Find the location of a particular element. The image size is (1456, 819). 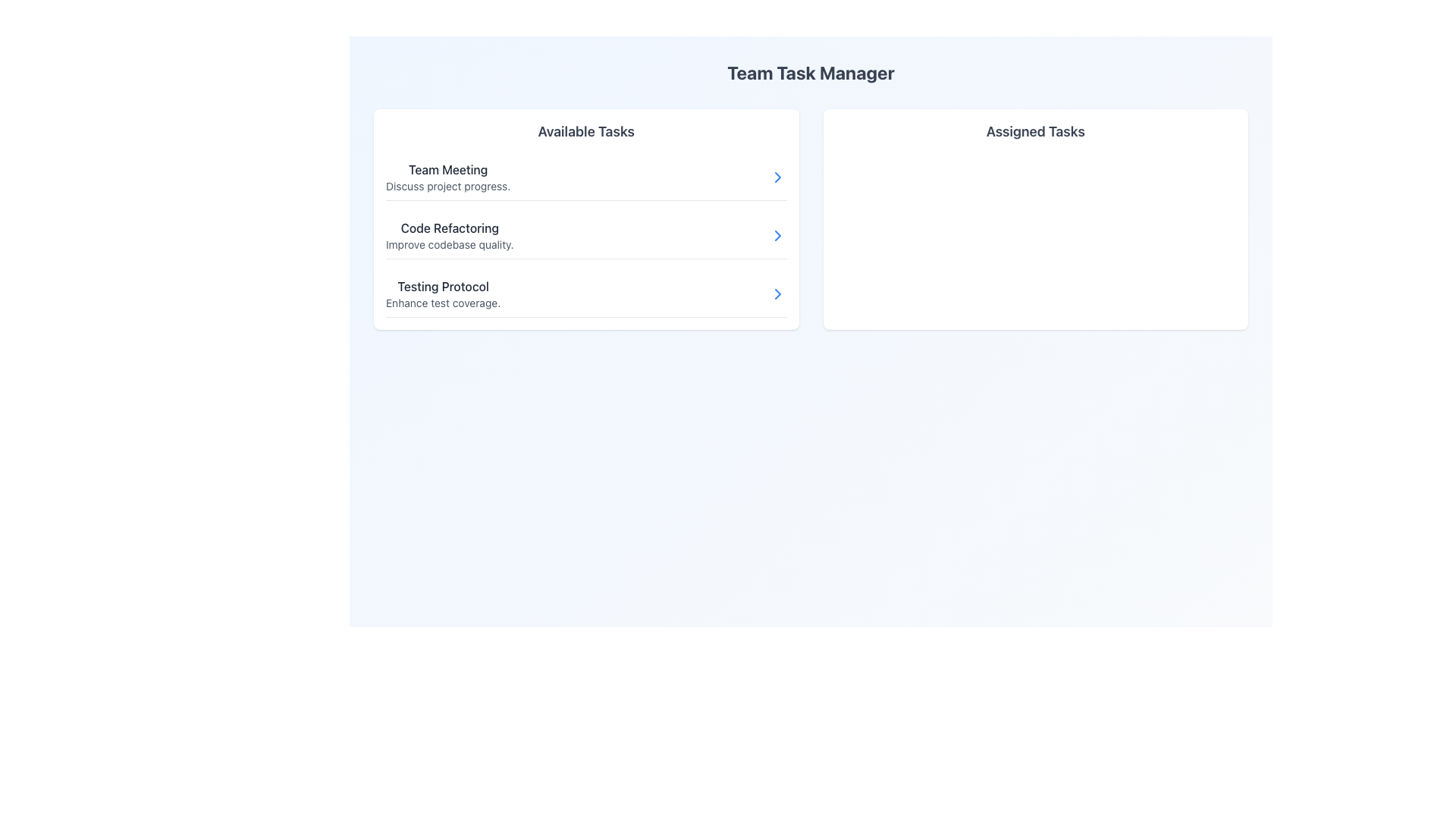

the Text Label serving as a descriptive header for the task item titled 'Testing Protocol', located in the upper portion of the card in the left panel titled 'Available Tasks' is located at coordinates (442, 287).